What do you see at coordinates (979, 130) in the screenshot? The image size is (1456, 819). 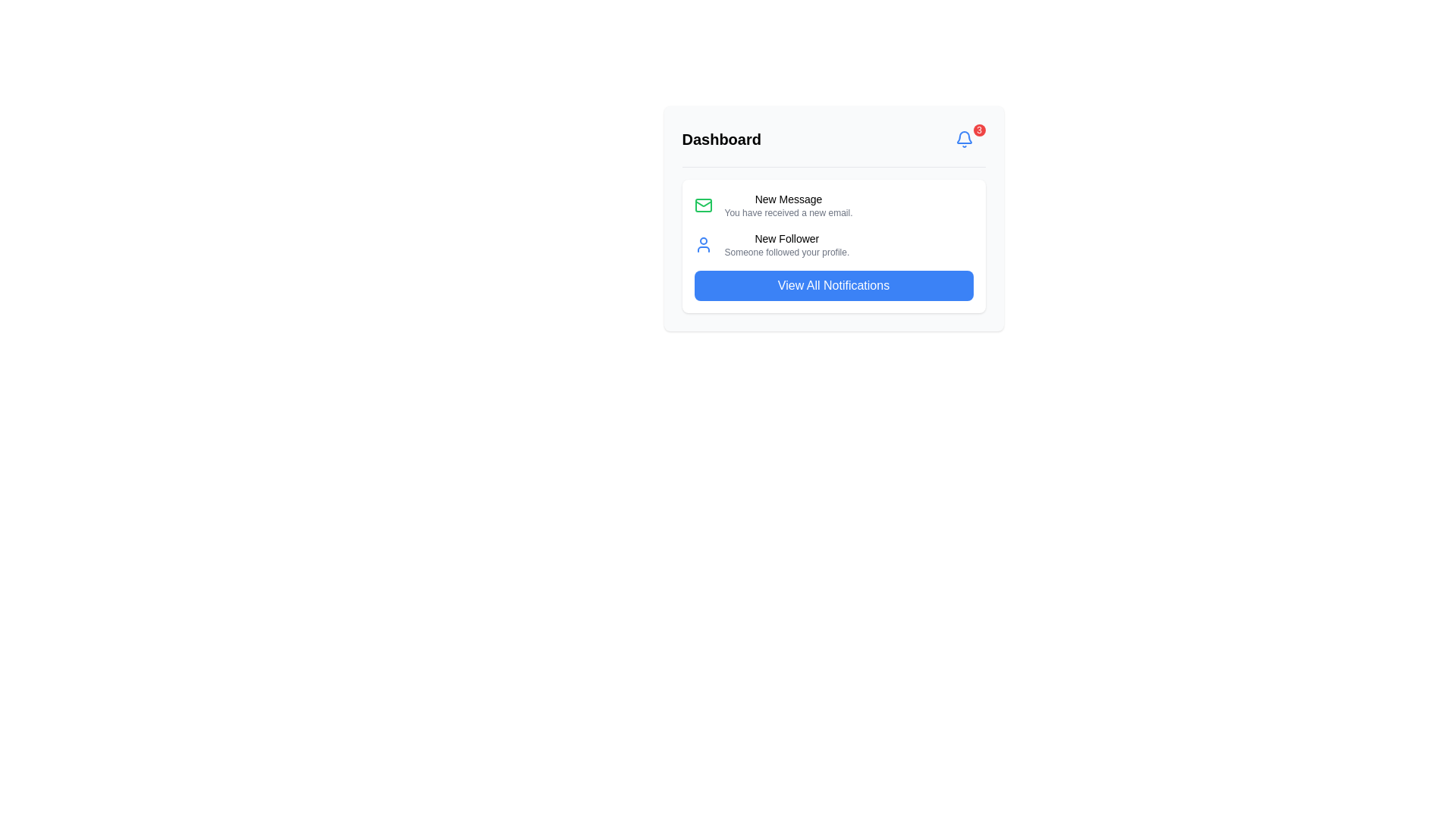 I see `the Badge notification counter located at the top-right corner of the bell icon, which displays the count of unread notifications` at bounding box center [979, 130].